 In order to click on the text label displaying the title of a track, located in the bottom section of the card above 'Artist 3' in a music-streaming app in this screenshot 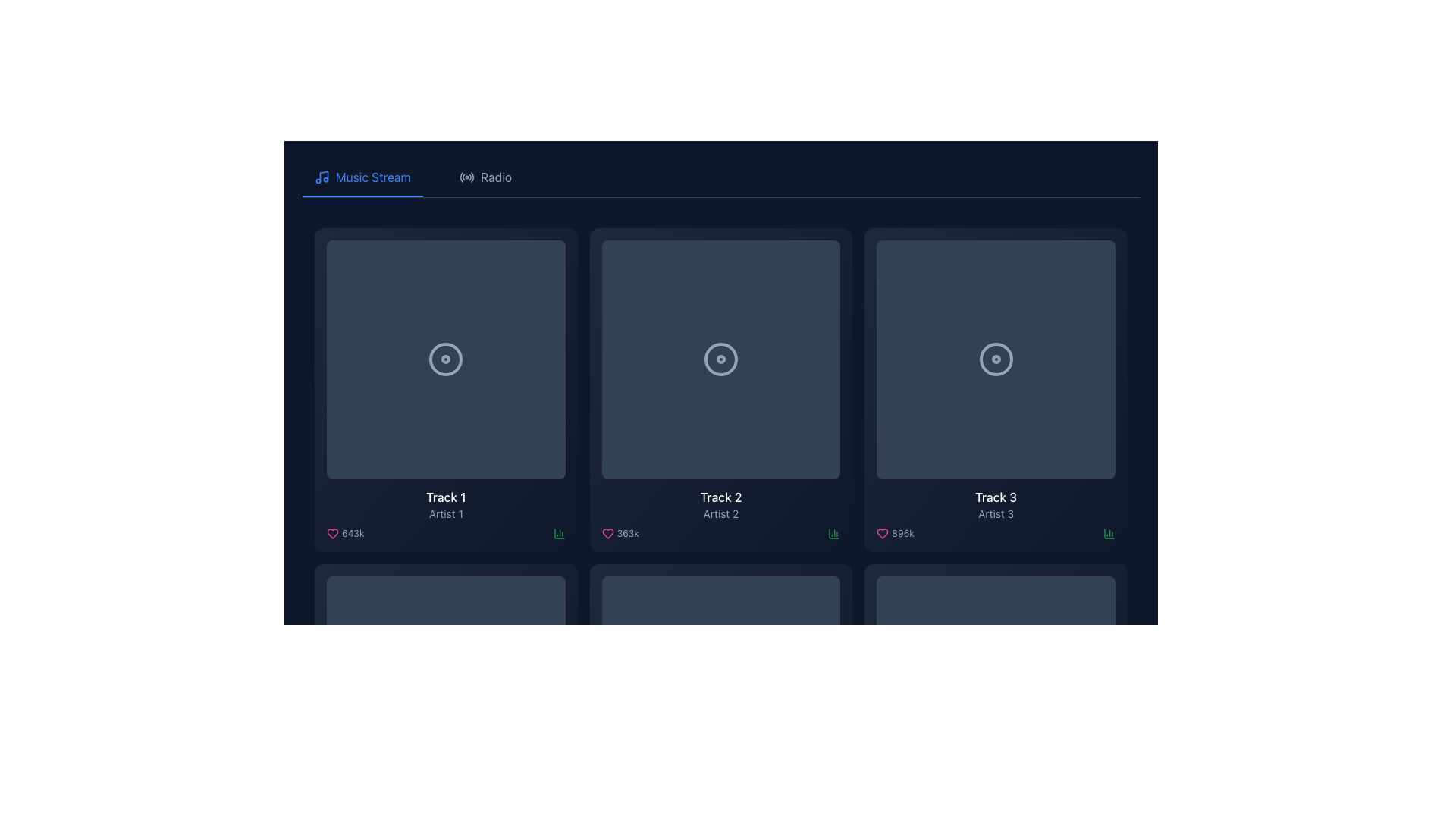, I will do `click(996, 497)`.